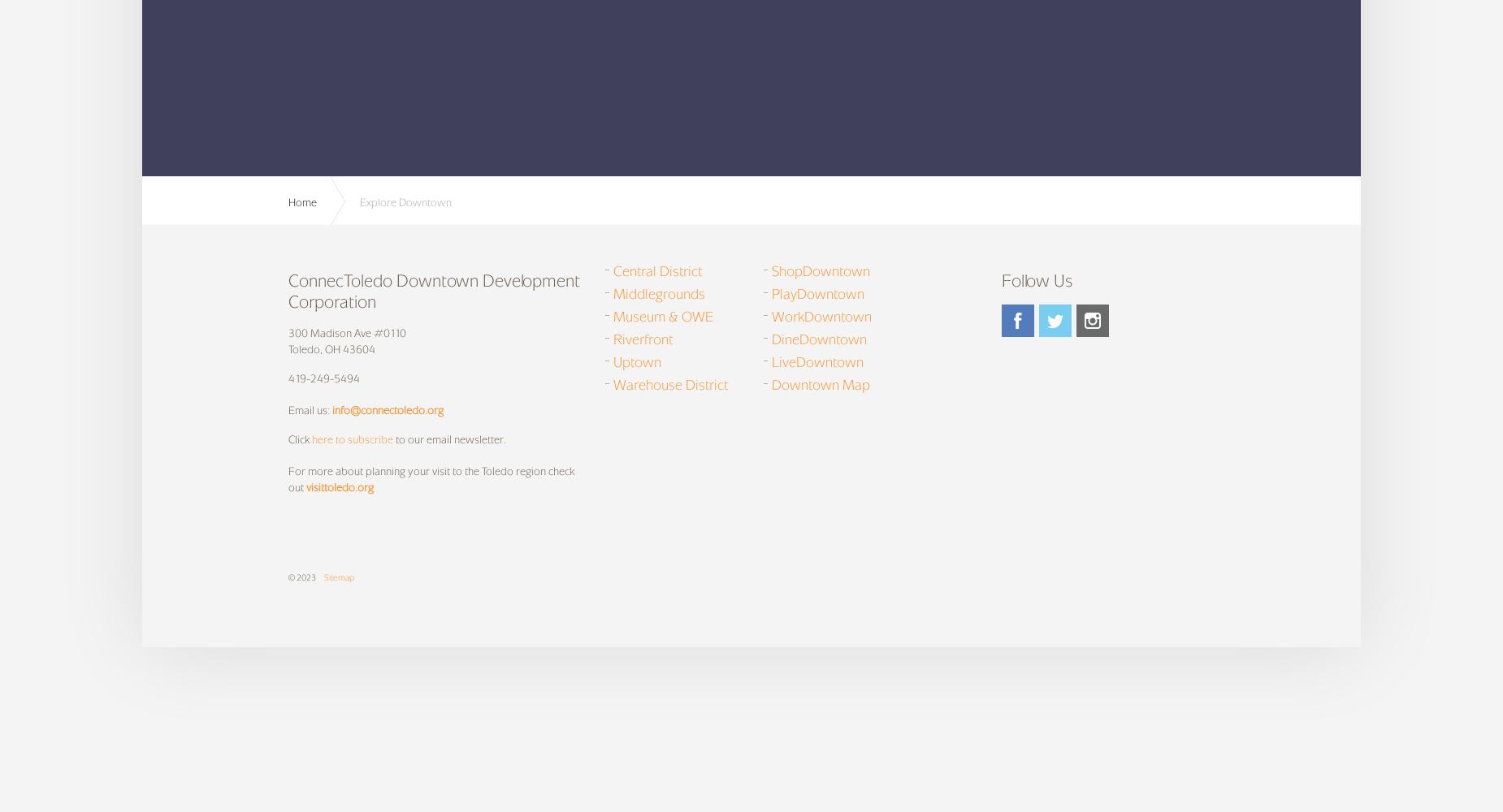 The height and width of the screenshot is (812, 1503). Describe the element at coordinates (352, 438) in the screenshot. I see `'here to subscribe'` at that location.